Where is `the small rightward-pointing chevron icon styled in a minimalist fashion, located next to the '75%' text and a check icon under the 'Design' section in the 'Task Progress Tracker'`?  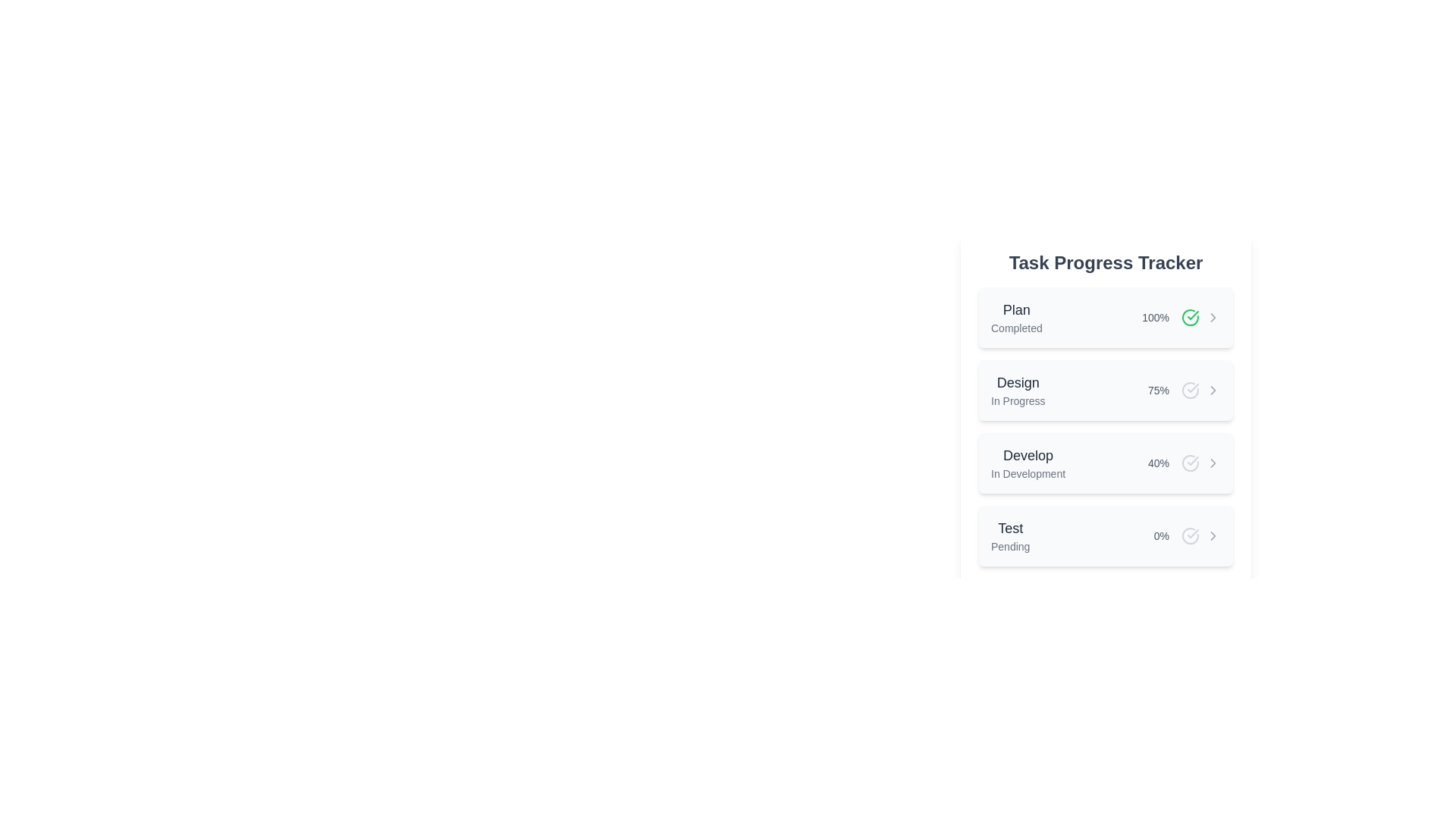
the small rightward-pointing chevron icon styled in a minimalist fashion, located next to the '75%' text and a check icon under the 'Design' section in the 'Task Progress Tracker' is located at coordinates (1212, 390).